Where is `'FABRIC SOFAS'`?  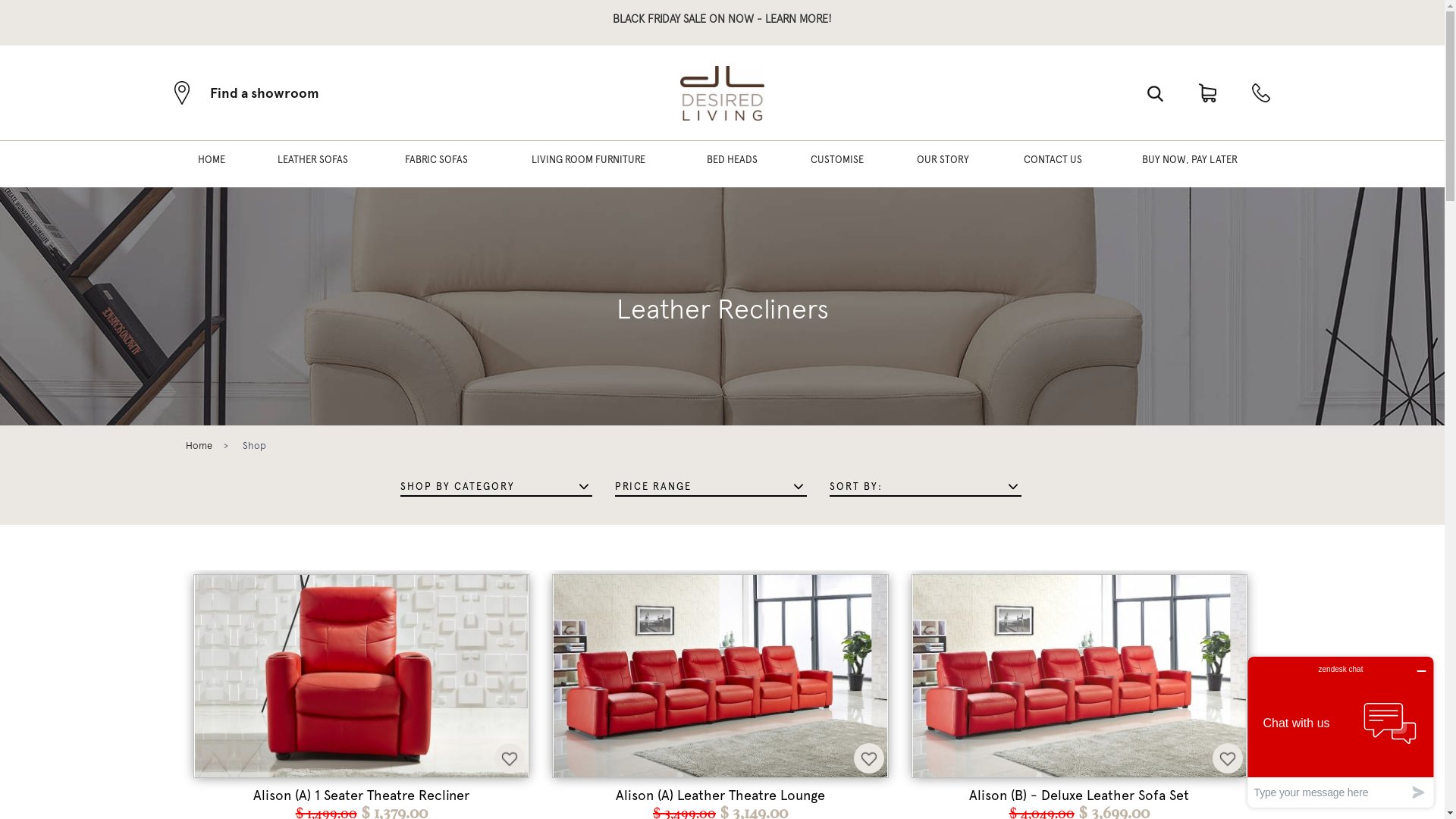 'FABRIC SOFAS' is located at coordinates (389, 164).